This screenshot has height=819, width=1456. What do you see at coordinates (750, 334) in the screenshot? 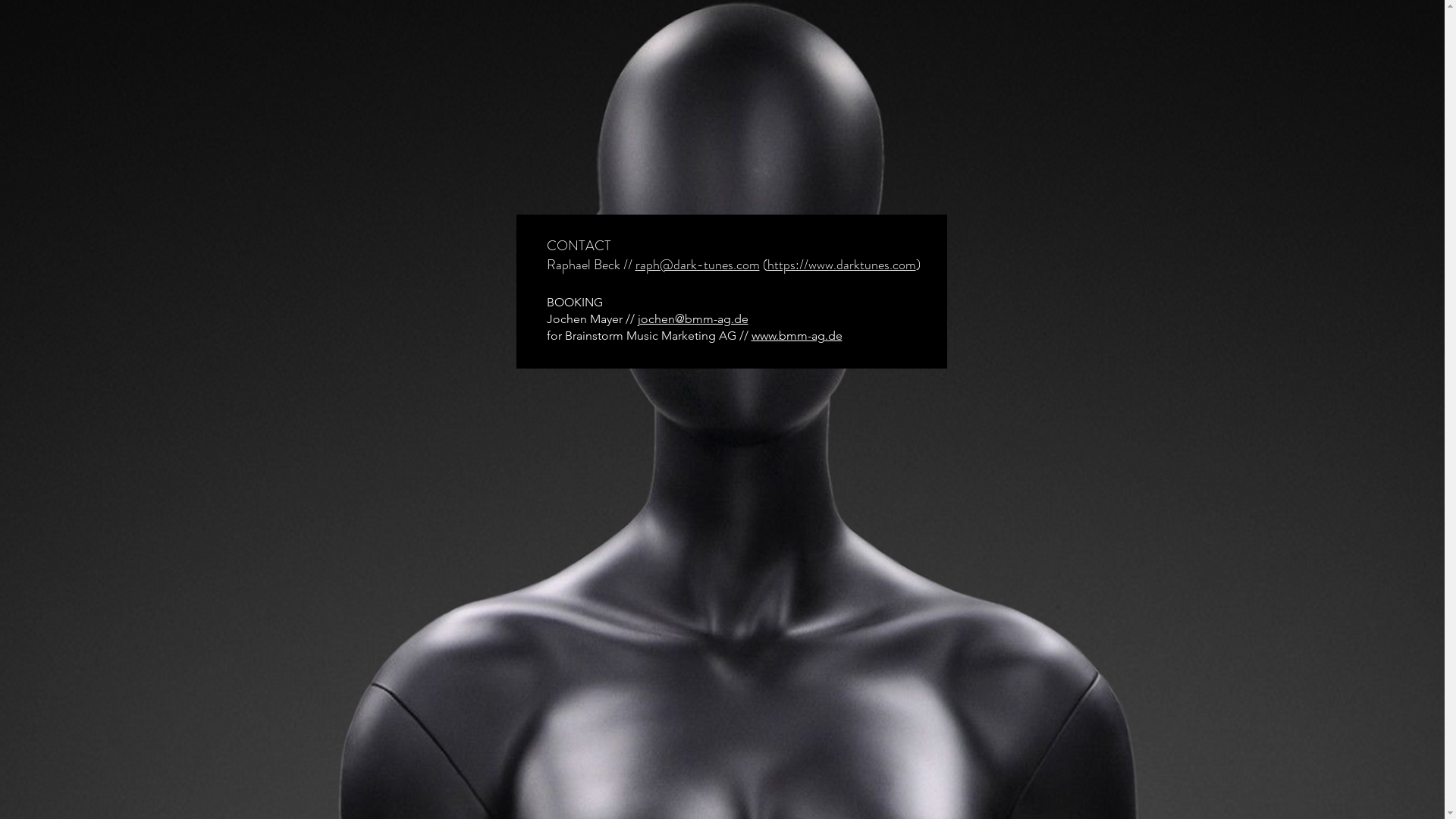
I see `'www.bmm-ag.de'` at bounding box center [750, 334].